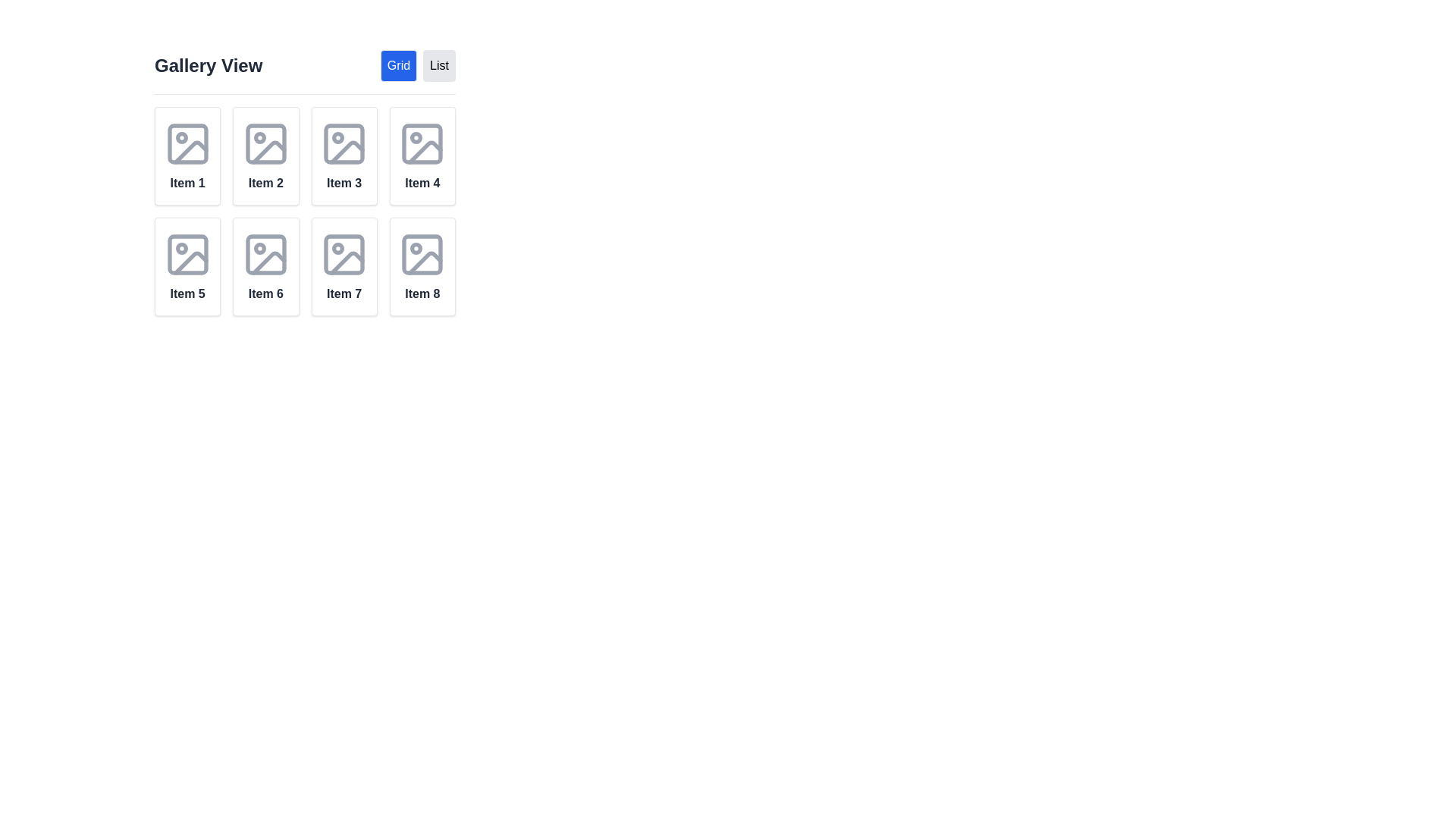 Image resolution: width=1456 pixels, height=819 pixels. I want to click on the SVG icon that serves as a visual placeholder for an image in the 'Item 8' card, located in the second column of the second row of the grid layout, so click(422, 253).